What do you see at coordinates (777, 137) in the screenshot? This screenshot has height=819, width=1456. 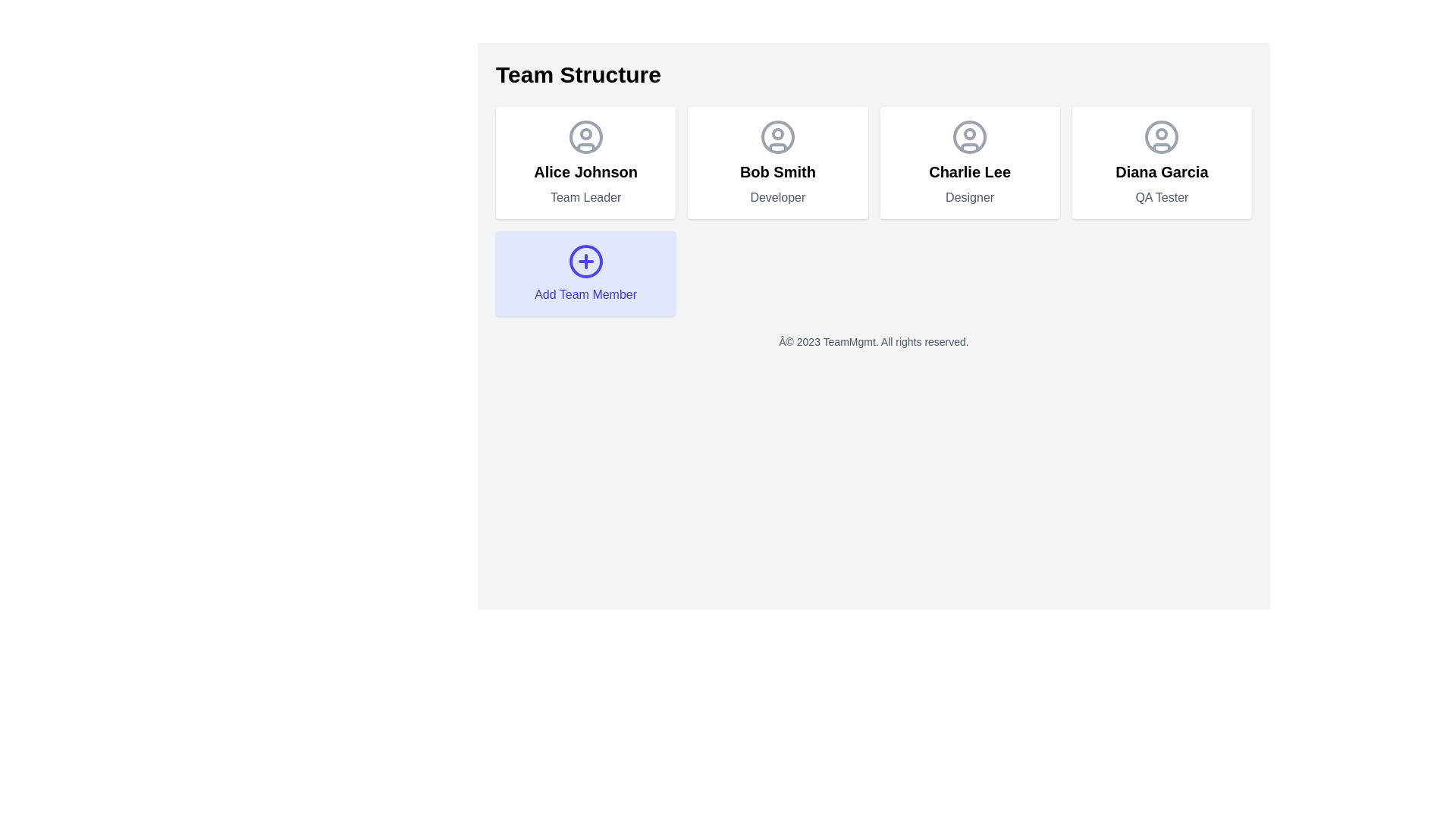 I see `the user profile avatar icon for 'Bob Smith' located at the top of the card labeled 'Bob Smith - Developer'` at bounding box center [777, 137].